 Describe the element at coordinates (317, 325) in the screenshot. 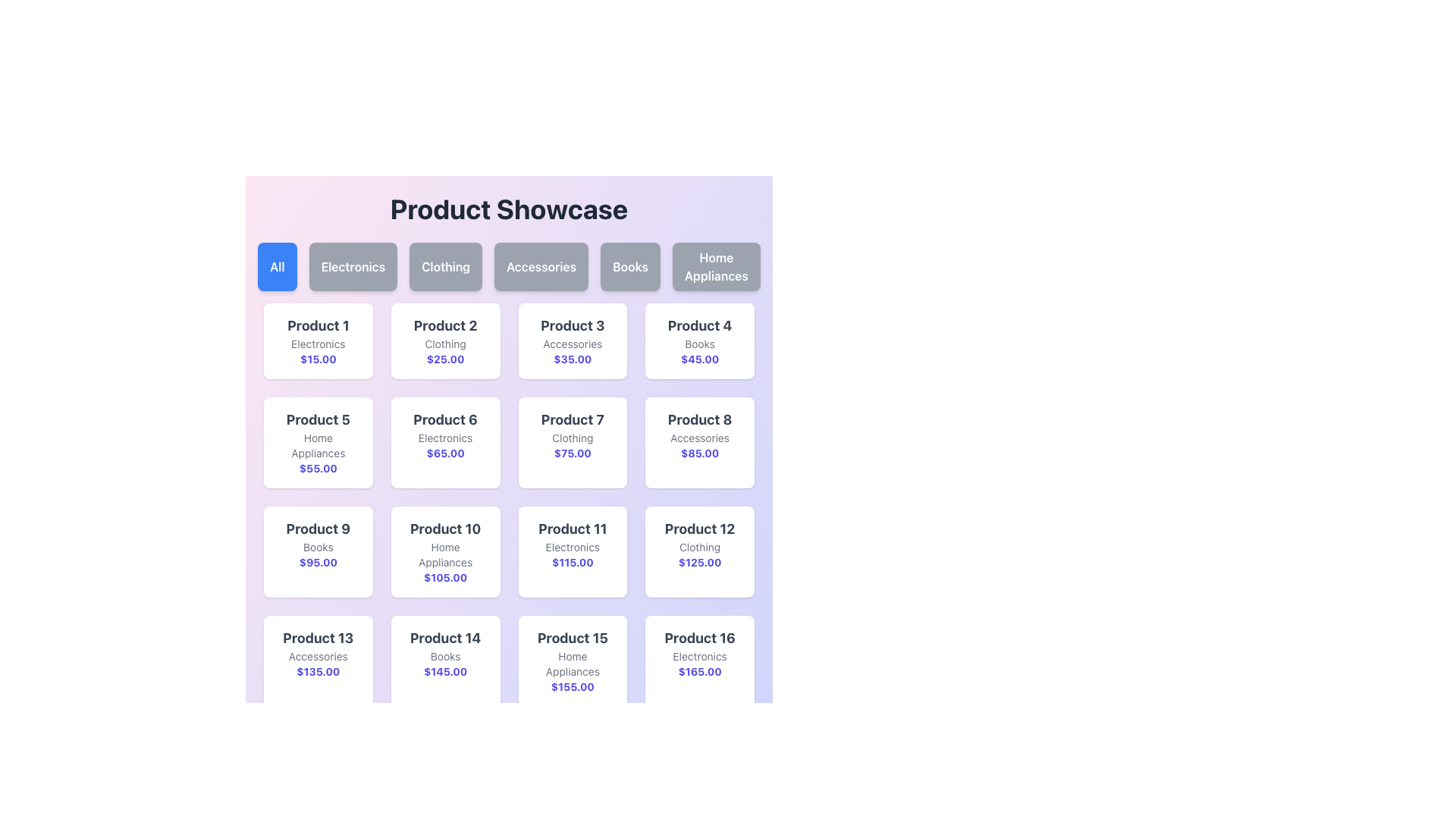

I see `text content of the bold gray label displaying 'Product 1', which is located in the top-left corner of the 'Product Showcase' grid section` at that location.